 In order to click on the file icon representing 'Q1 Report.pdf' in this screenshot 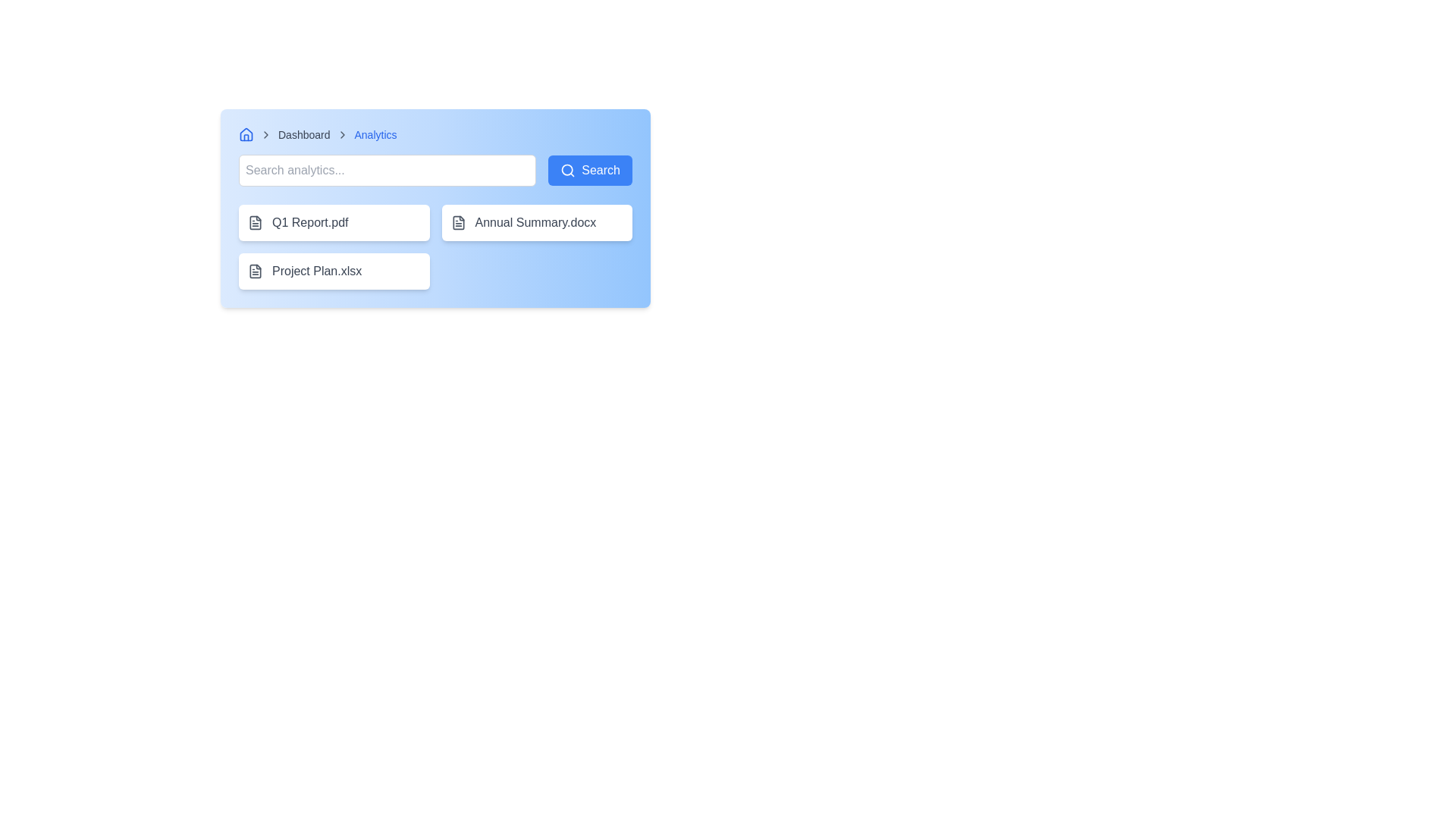, I will do `click(255, 222)`.